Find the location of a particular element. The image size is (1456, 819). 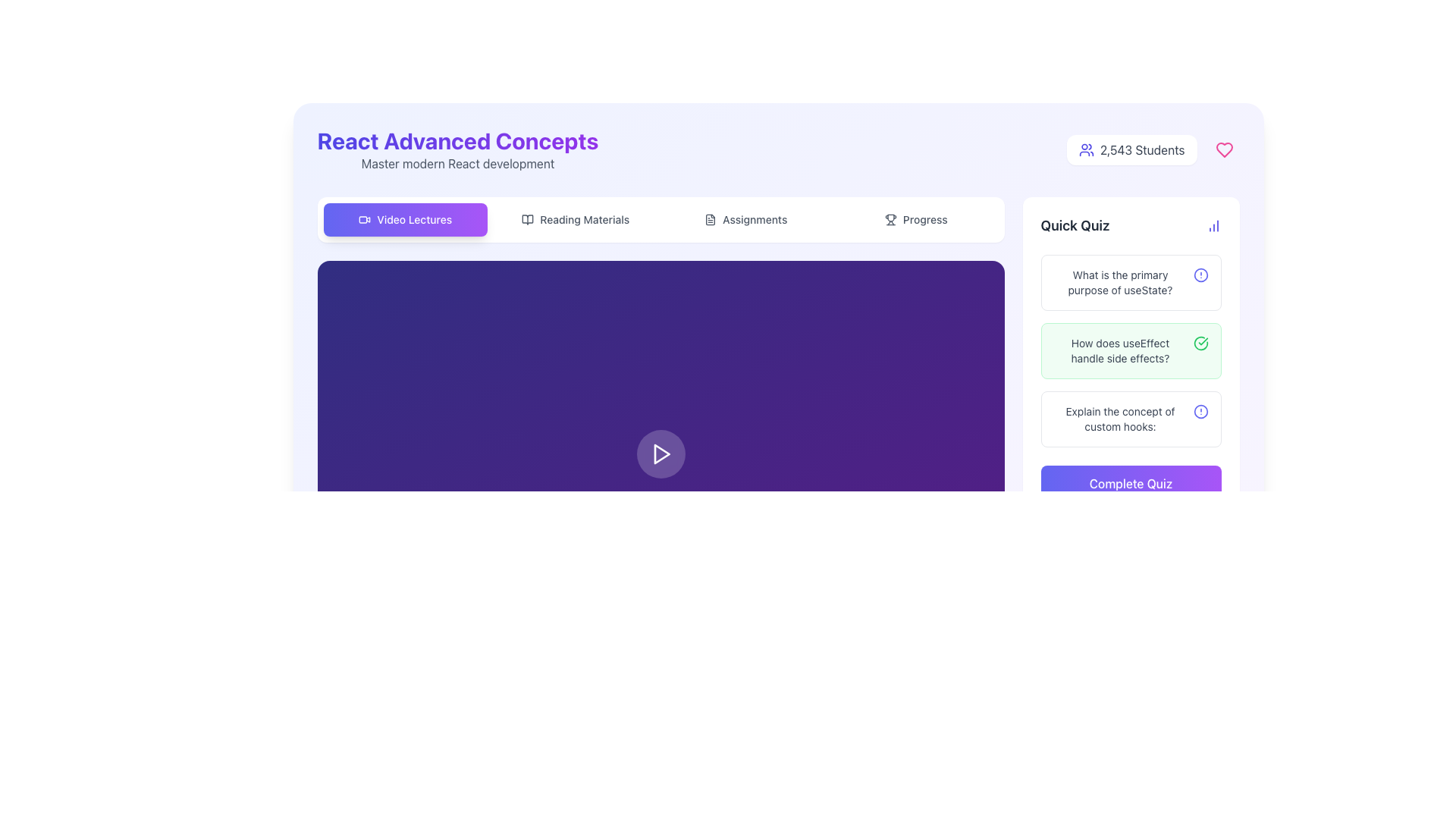

the icon depicting a group of people styled with a stroke design, located next to the '2,543 Students' text in the top right section of the interface is located at coordinates (1085, 149).